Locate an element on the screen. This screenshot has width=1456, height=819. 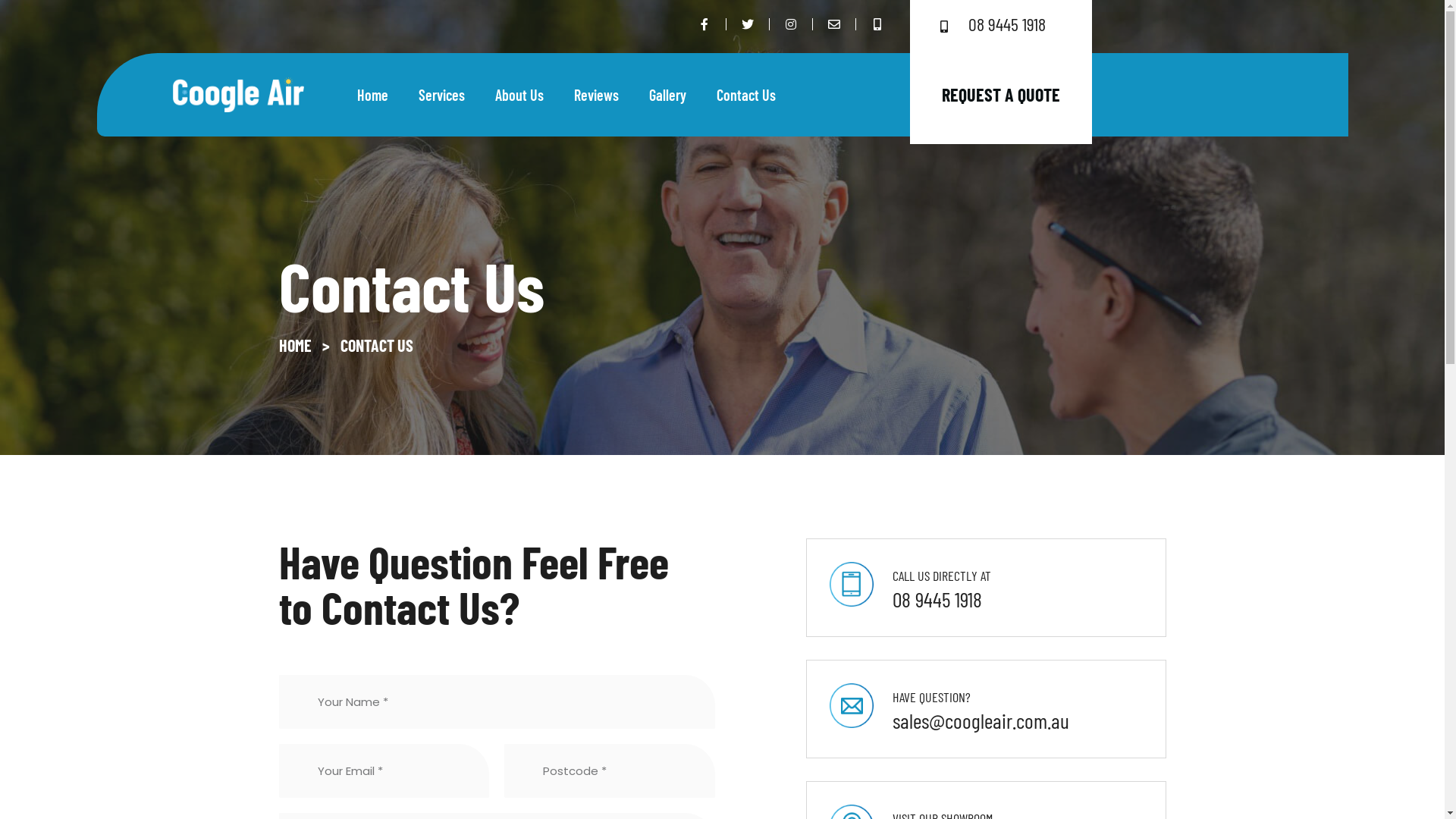
'HOME' is located at coordinates (295, 345).